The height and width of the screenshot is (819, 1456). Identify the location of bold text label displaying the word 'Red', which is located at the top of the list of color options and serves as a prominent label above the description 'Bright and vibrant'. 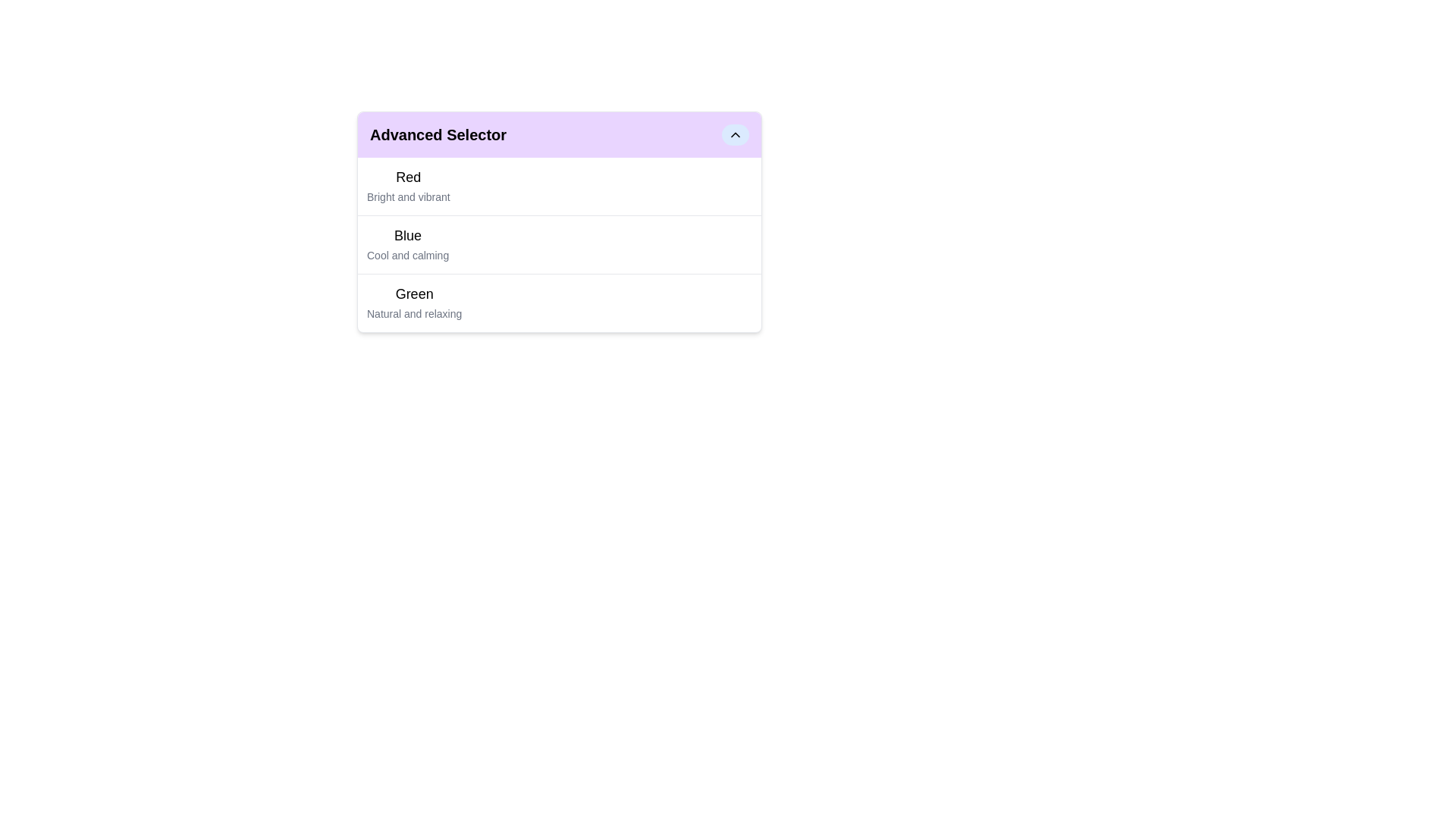
(408, 177).